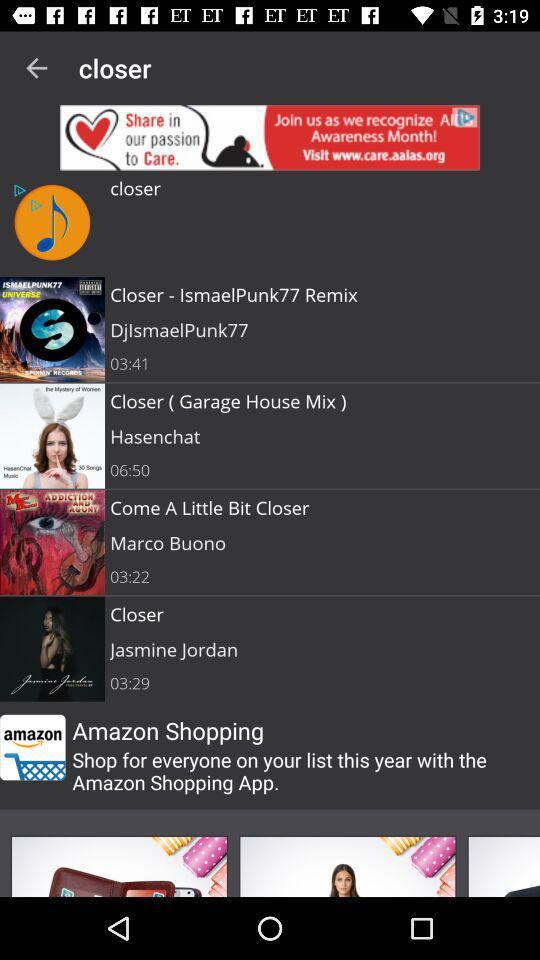 This screenshot has height=960, width=540. Describe the element at coordinates (270, 136) in the screenshot. I see `advert banner` at that location.